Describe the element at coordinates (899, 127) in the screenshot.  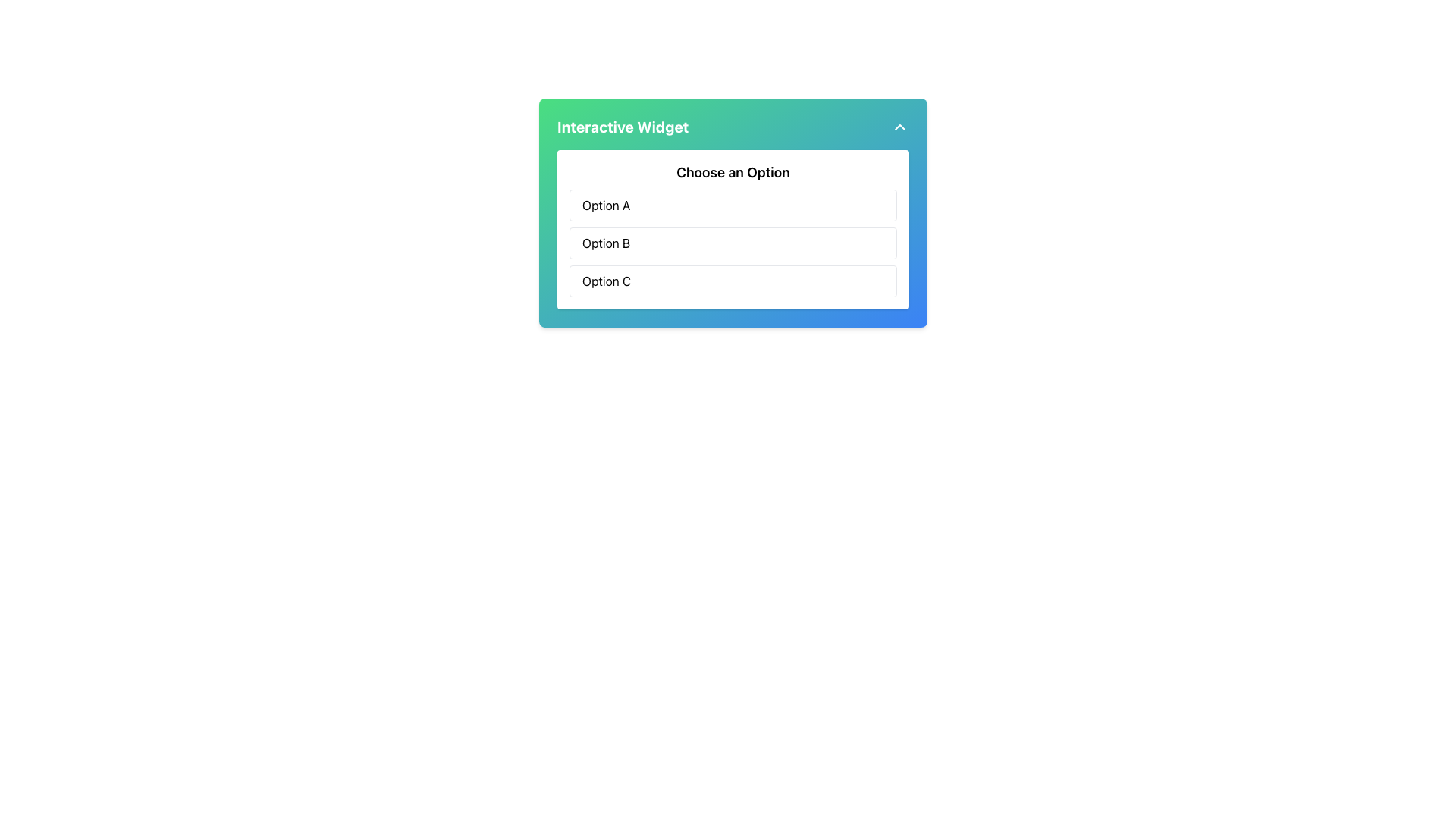
I see `the IconButton located in the top-right corner of the 'Interactive Widget' interface` at that location.